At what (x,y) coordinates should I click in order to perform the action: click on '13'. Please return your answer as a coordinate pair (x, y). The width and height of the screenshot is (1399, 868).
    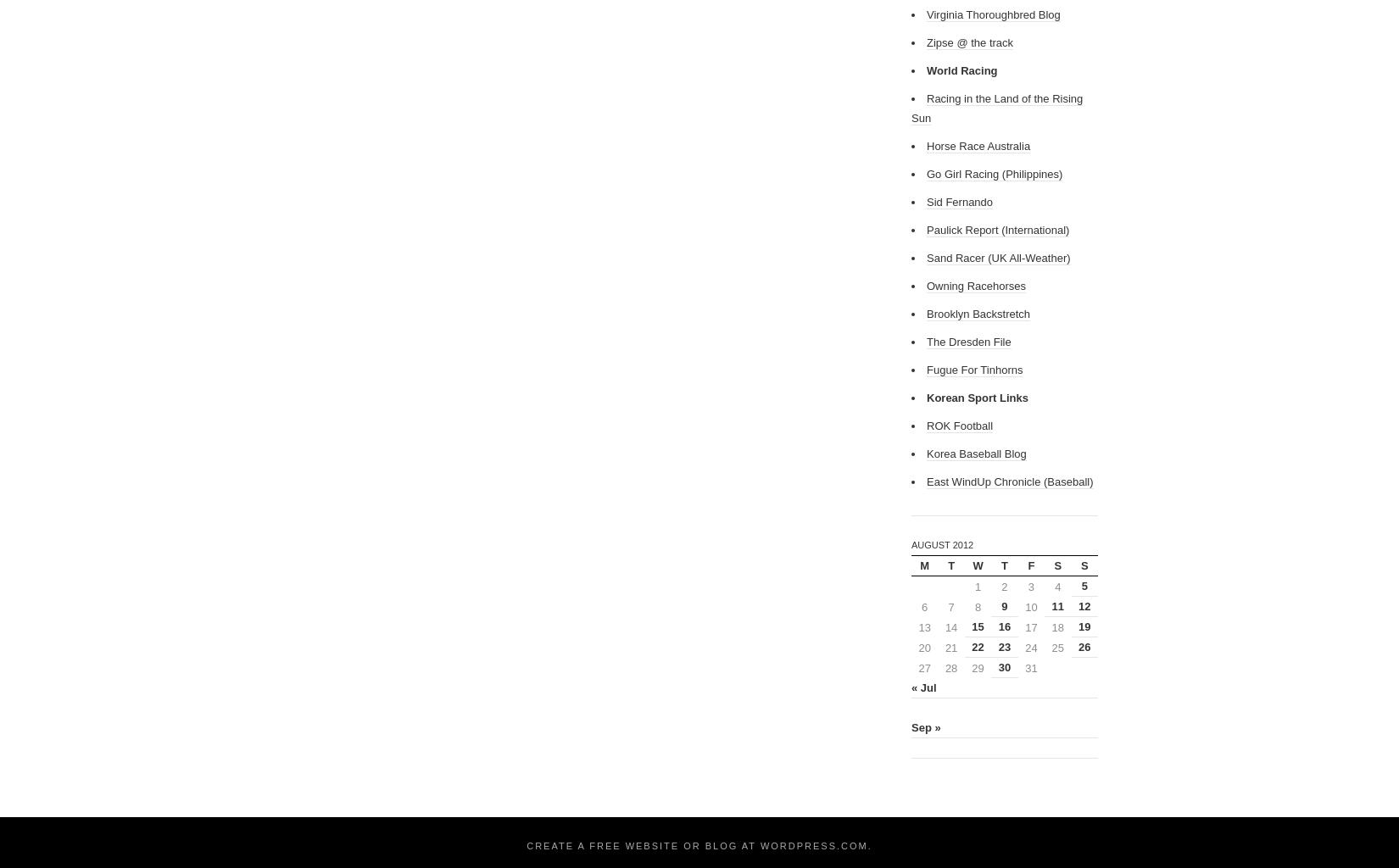
    Looking at the image, I should click on (918, 626).